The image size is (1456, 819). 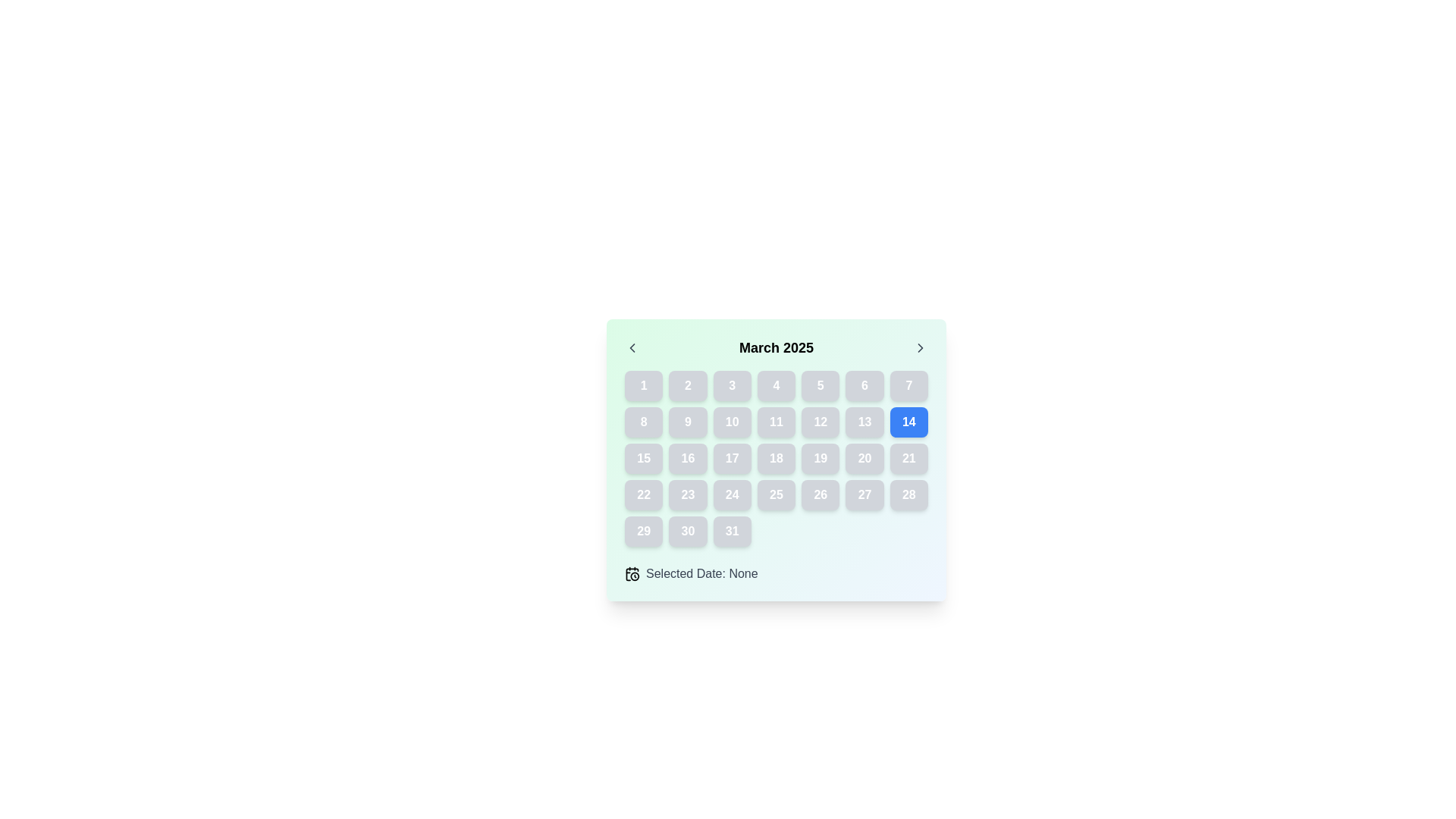 I want to click on the static text label indicating the currently selected date from the calendar, which shows 'None' when no date is selected, so click(x=701, y=573).